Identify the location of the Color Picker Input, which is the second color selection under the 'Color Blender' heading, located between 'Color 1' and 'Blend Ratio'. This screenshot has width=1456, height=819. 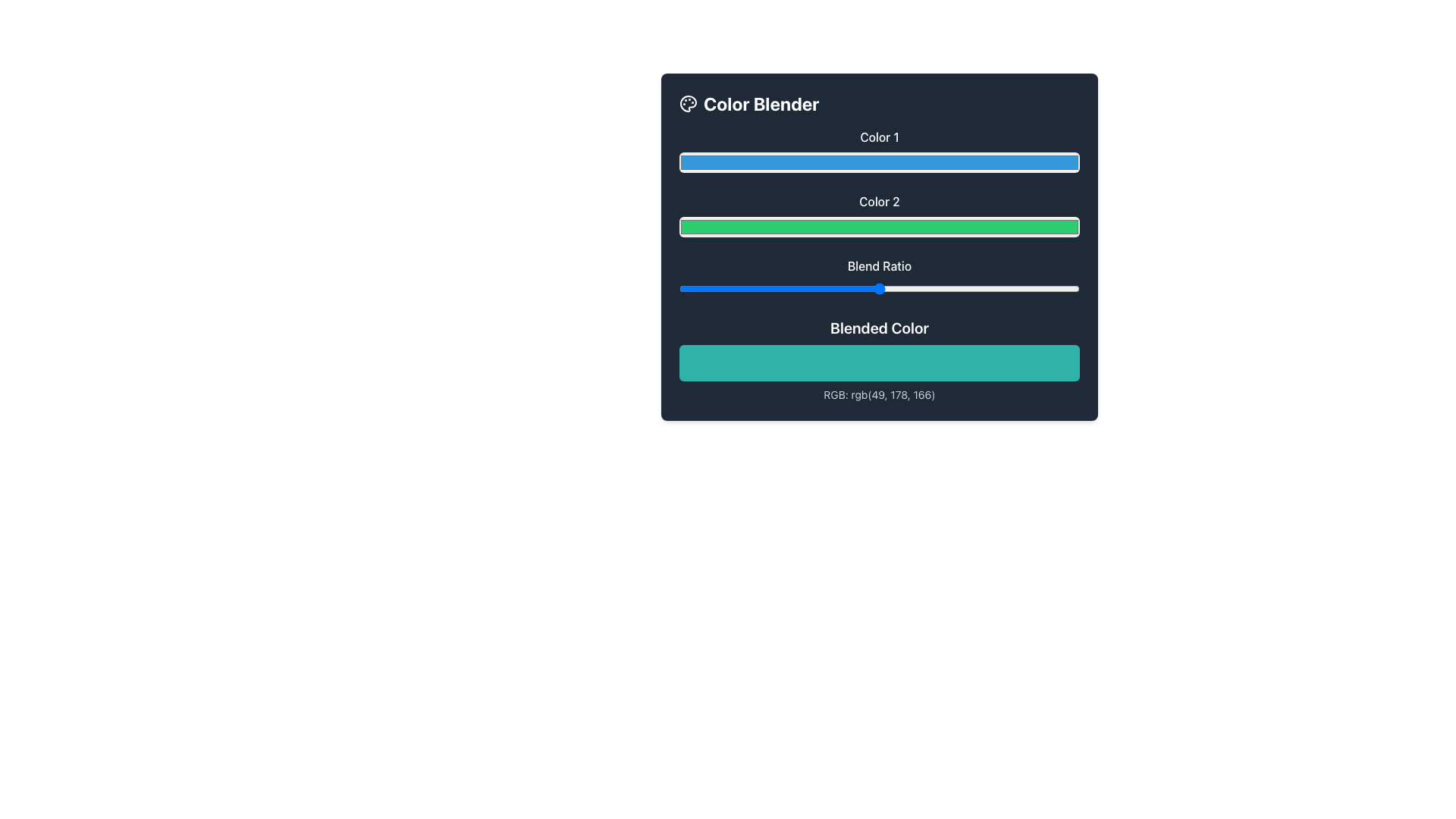
(880, 215).